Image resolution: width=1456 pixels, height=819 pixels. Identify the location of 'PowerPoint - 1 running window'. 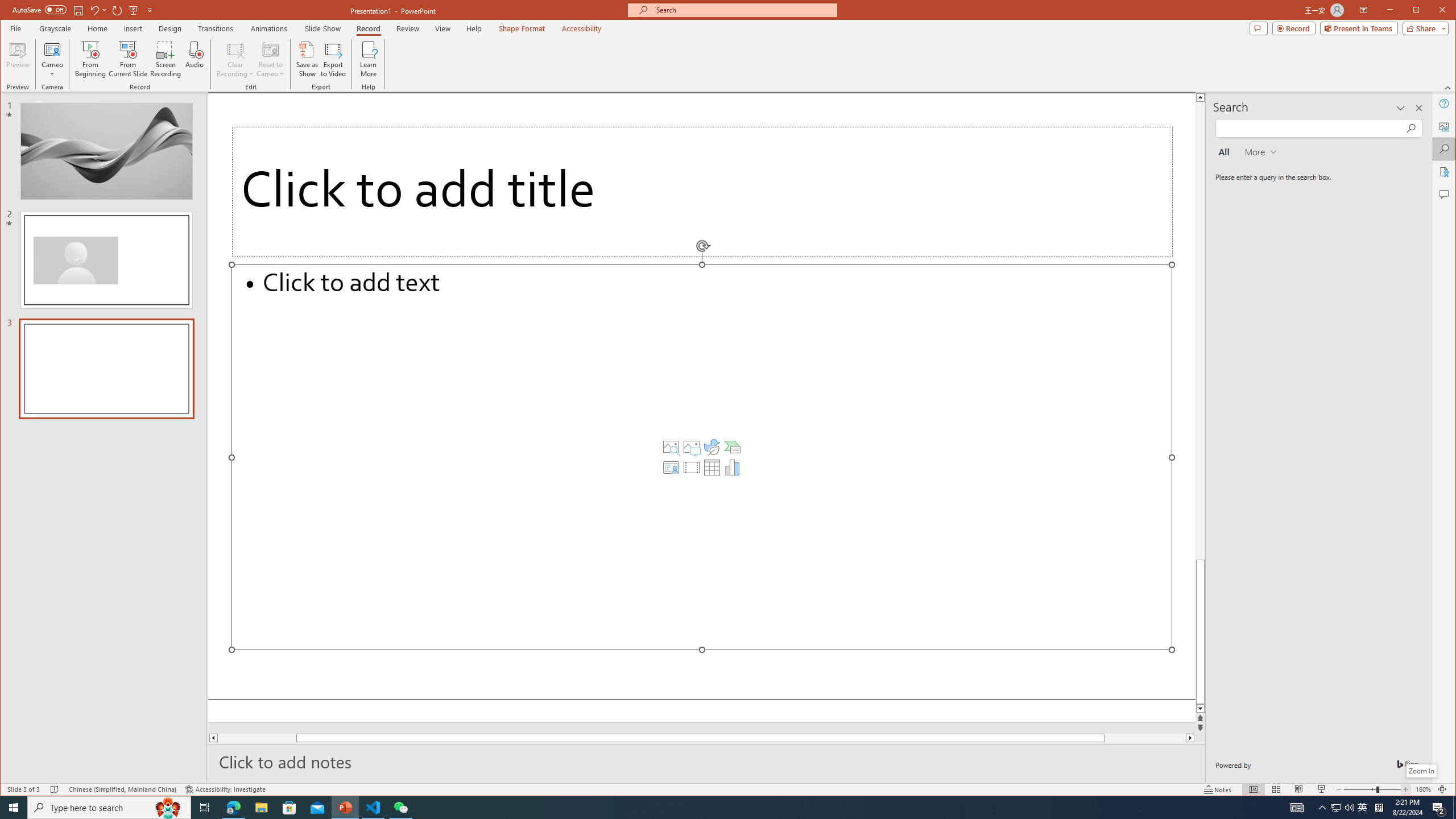
(345, 806).